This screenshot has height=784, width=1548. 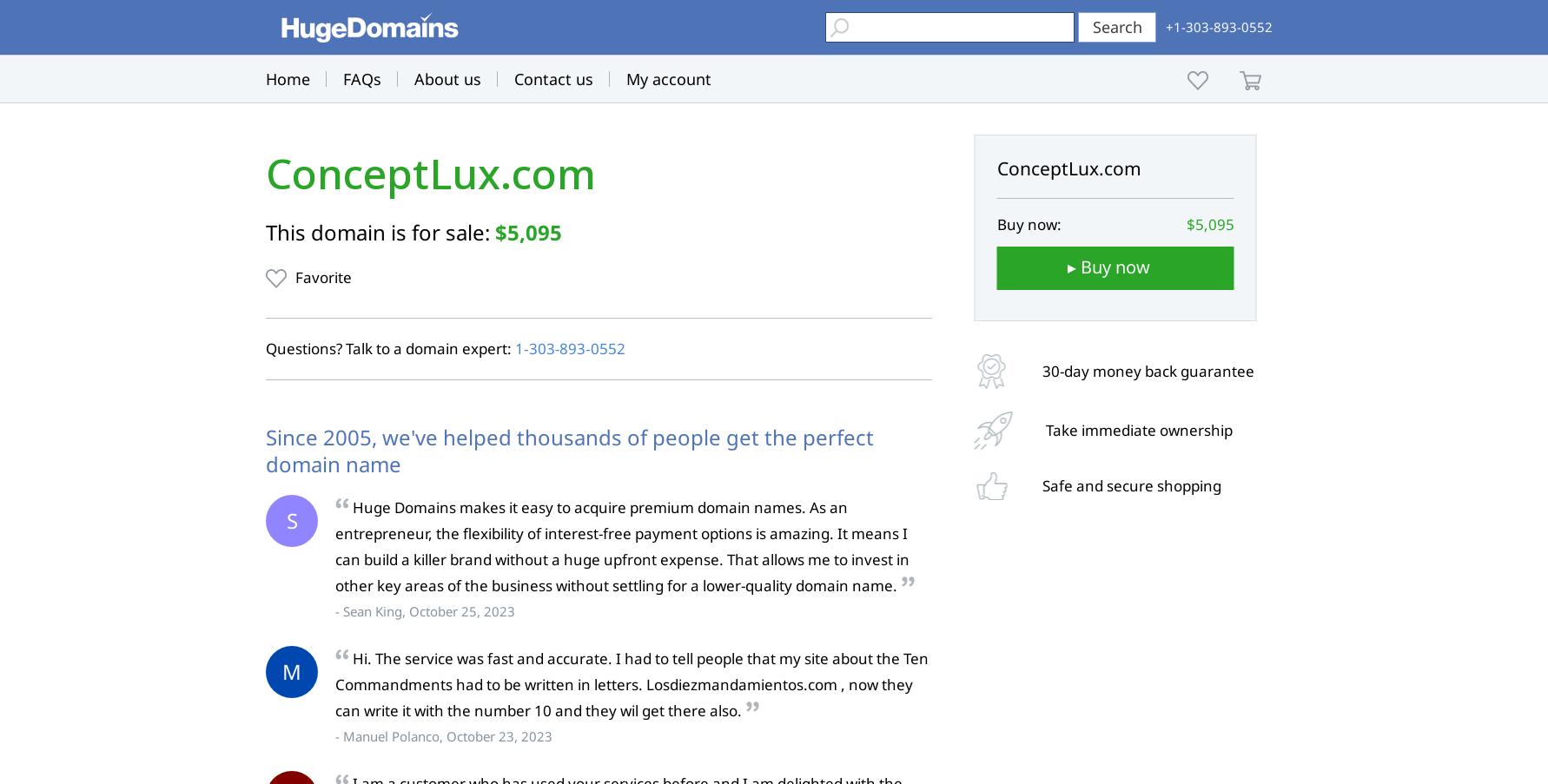 What do you see at coordinates (568, 347) in the screenshot?
I see `'1‑303‑893‑0552'` at bounding box center [568, 347].